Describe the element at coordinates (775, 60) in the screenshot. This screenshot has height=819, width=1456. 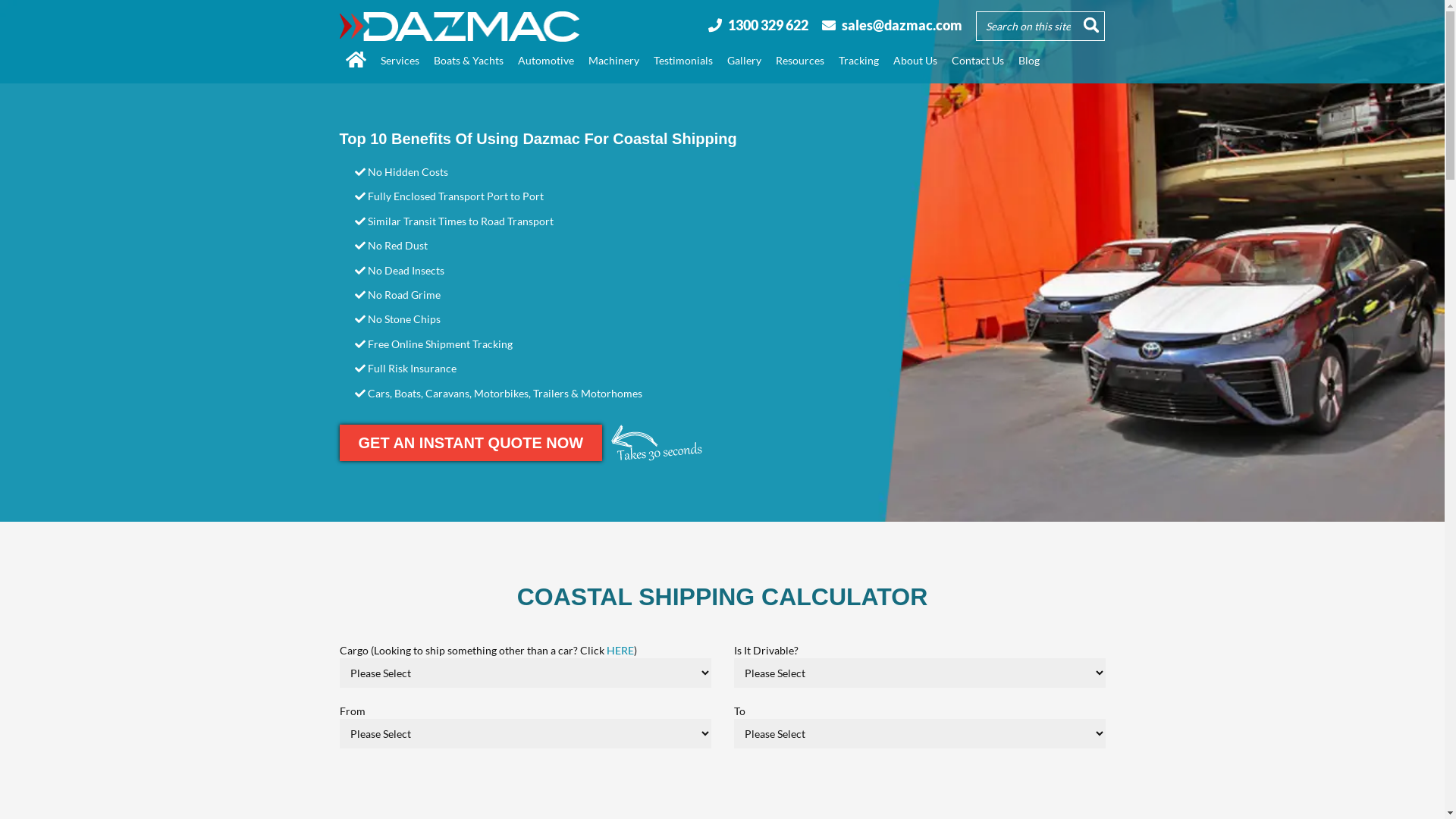
I see `'Resources'` at that location.